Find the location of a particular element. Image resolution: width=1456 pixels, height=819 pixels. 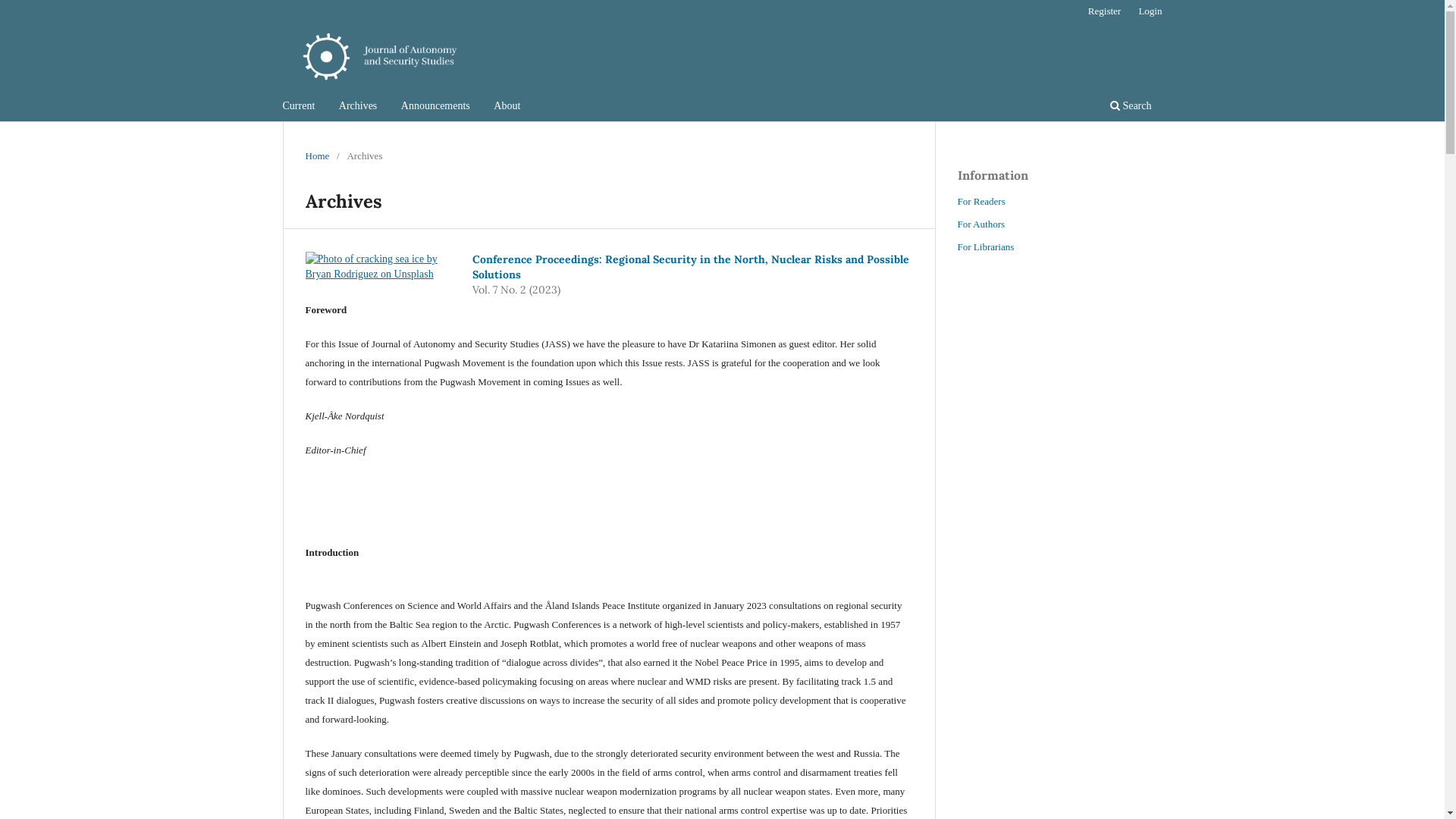

'Archives' is located at coordinates (357, 107).